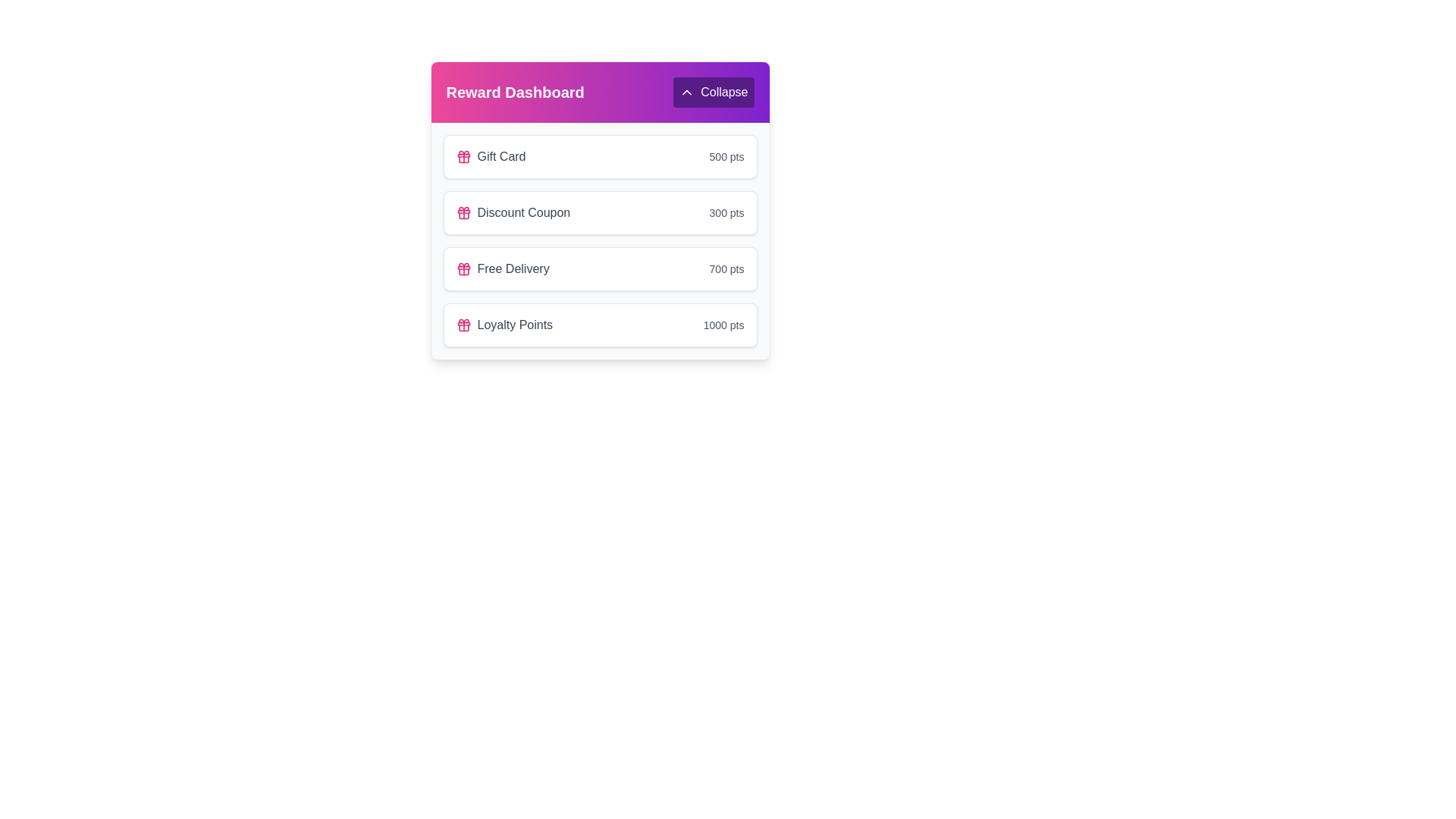  I want to click on the static text label 'Loyalty Points' which is the last item in the reward types list within the 'Reward Dashboard' card, so click(515, 324).